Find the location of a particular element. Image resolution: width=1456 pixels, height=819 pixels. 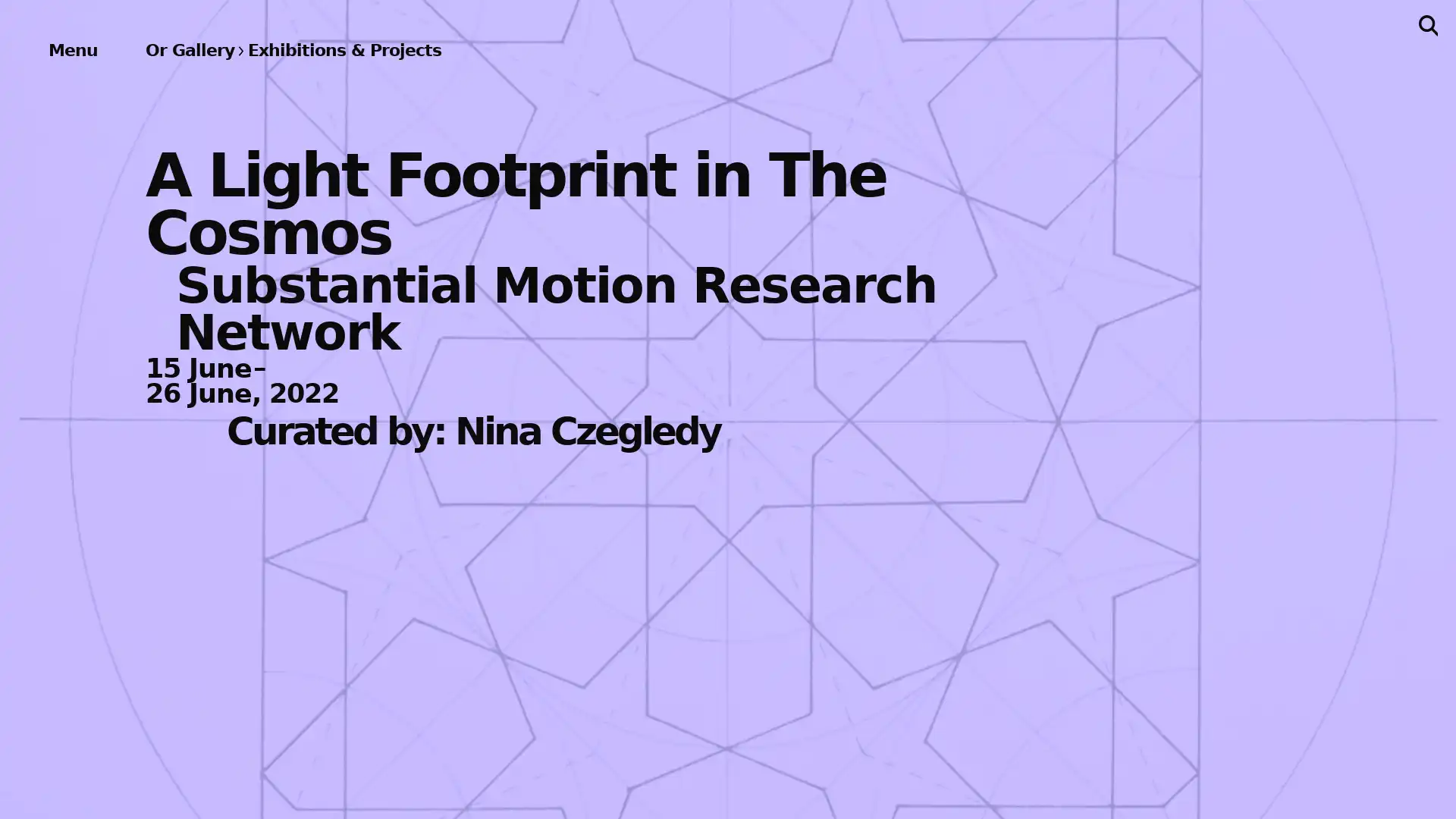

About is located at coordinates (329, 601).